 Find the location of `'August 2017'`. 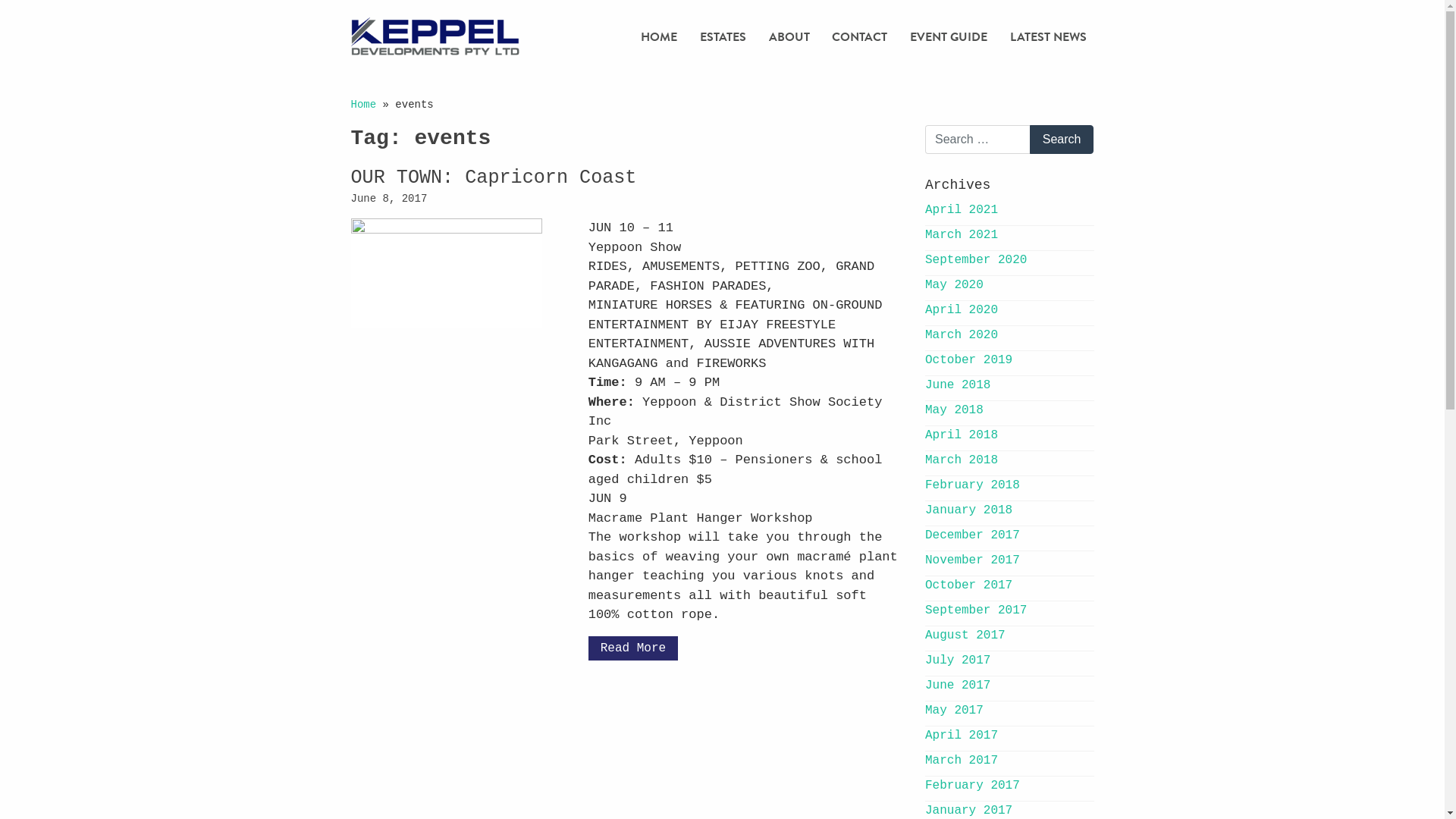

'August 2017' is located at coordinates (924, 635).